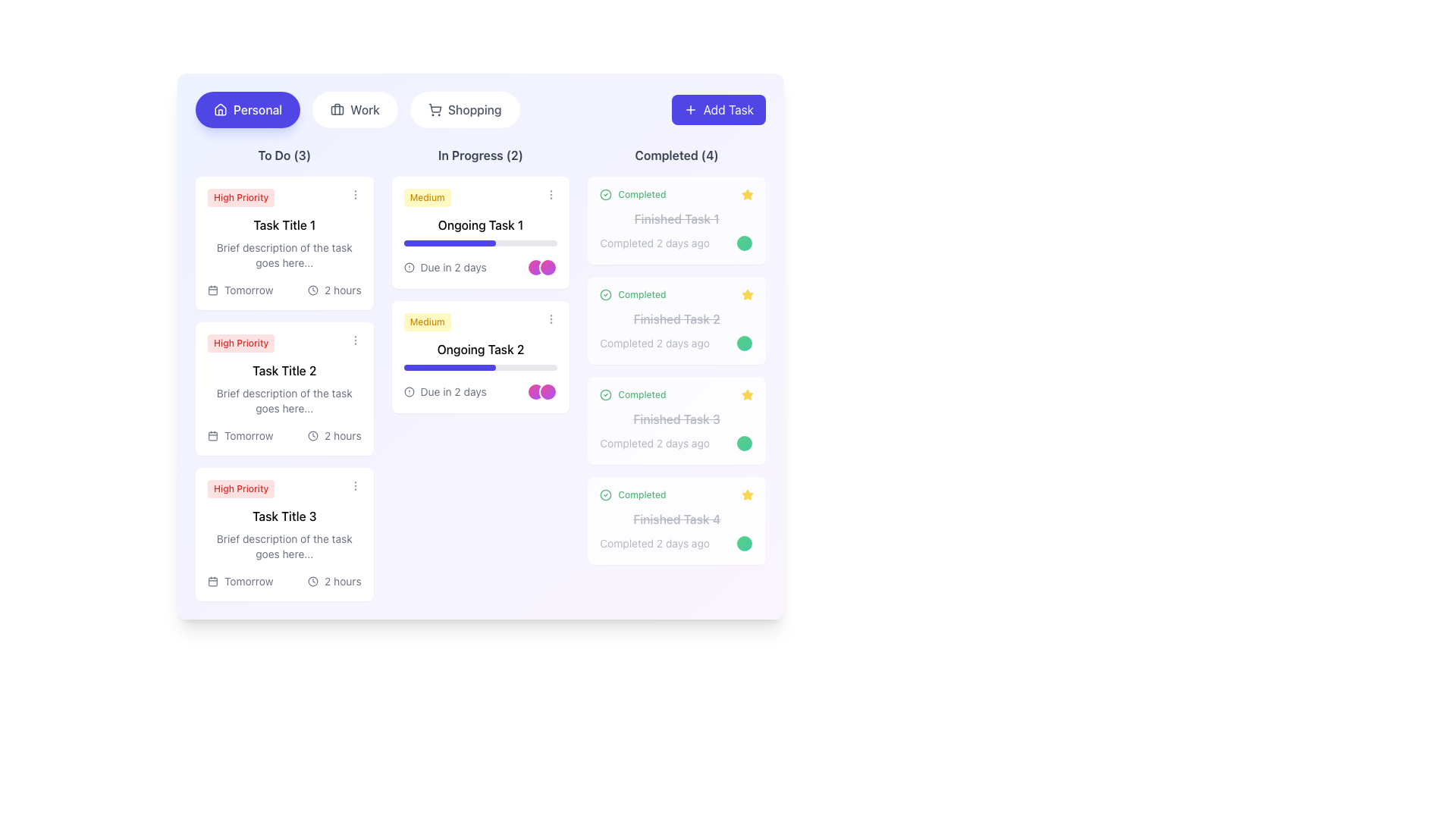 This screenshot has width=1456, height=819. I want to click on the text label that says 'Completed 2 days ago' located within the fourth task card in the 'Completed' section, which is adjacent to a green circular indicator, so click(676, 543).